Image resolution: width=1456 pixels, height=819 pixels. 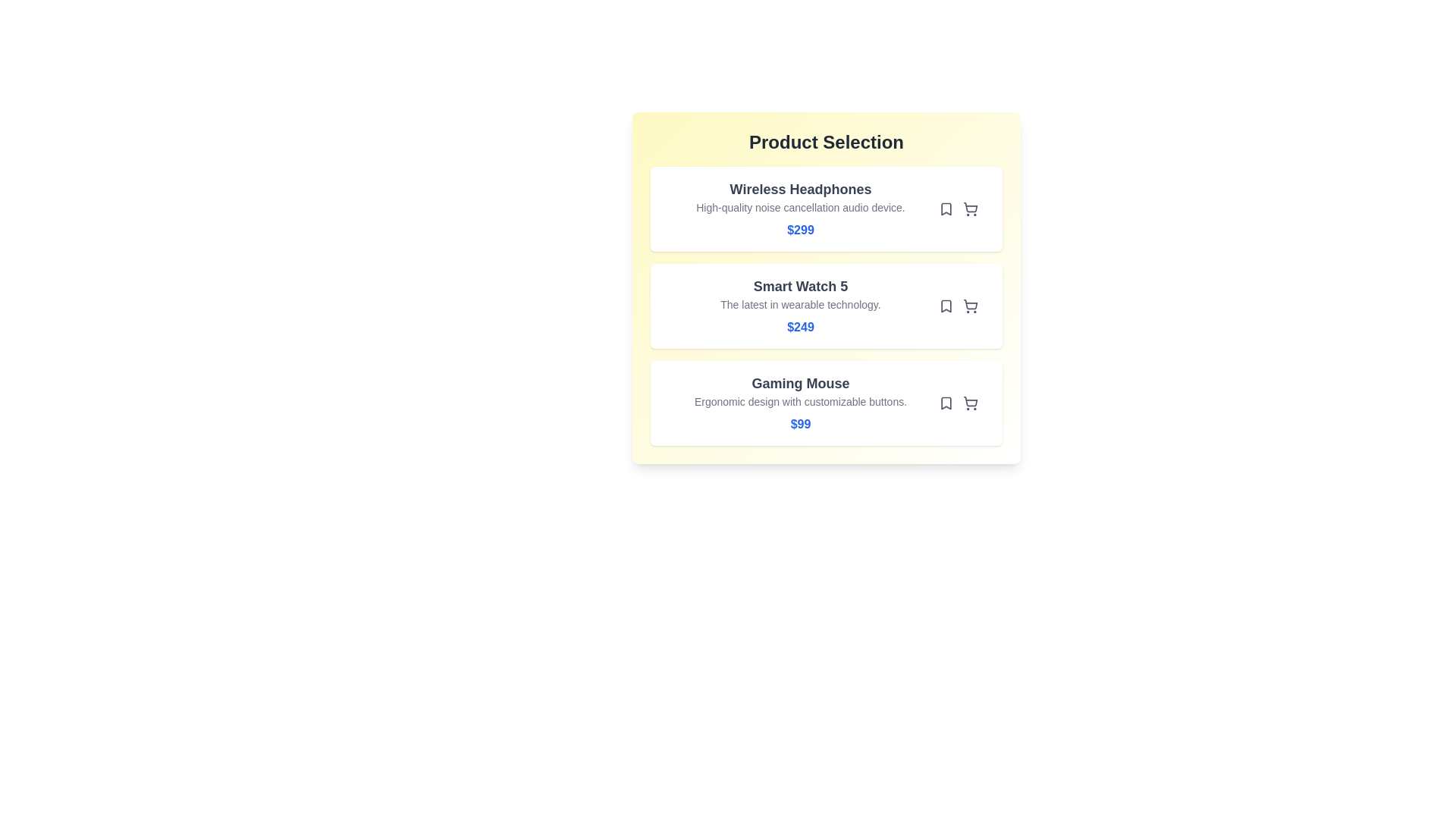 What do you see at coordinates (971, 209) in the screenshot?
I see `the shopping cart icon for the product Wireless Headphones` at bounding box center [971, 209].